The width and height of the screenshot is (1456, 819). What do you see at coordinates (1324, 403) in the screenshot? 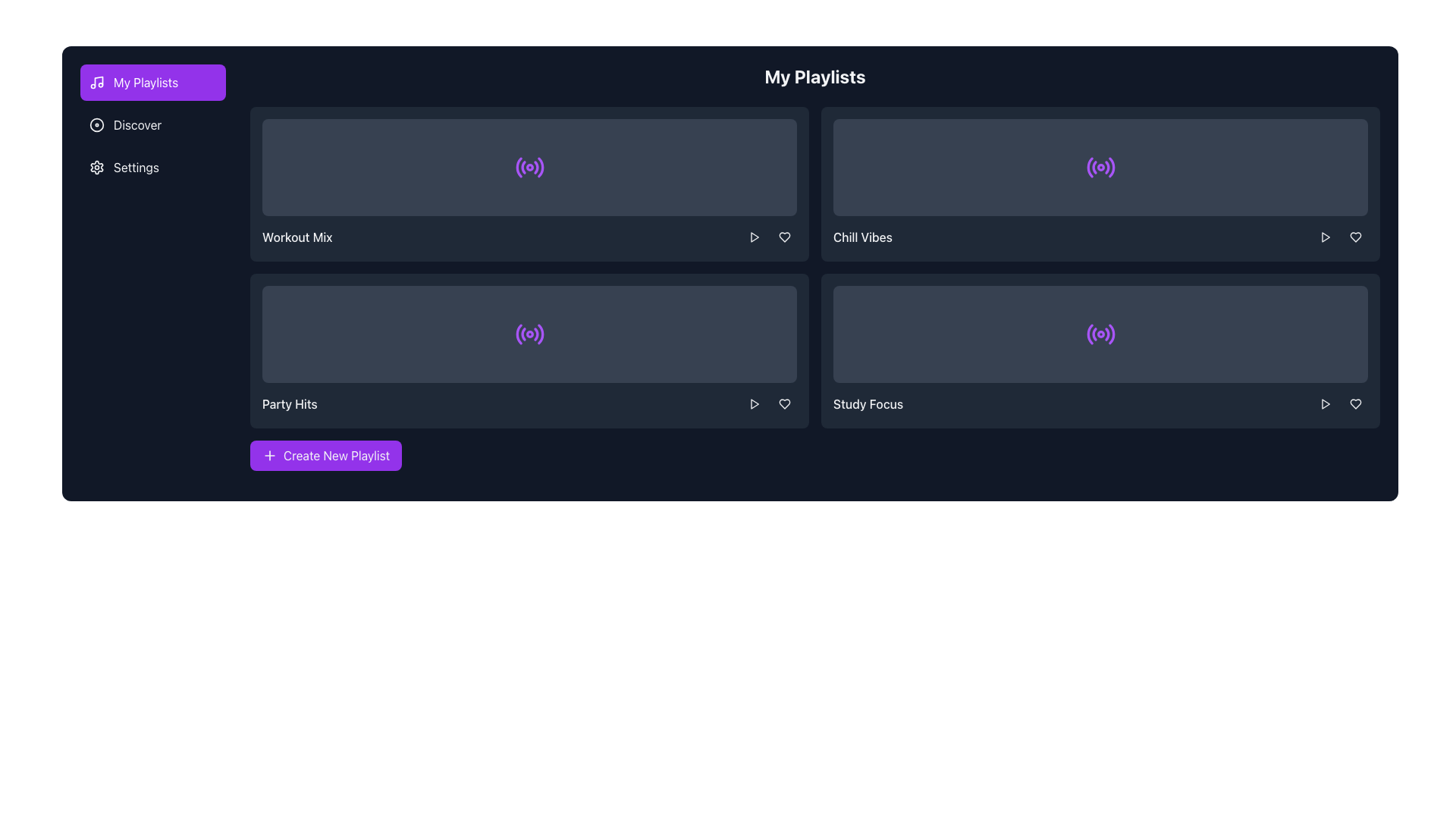
I see `the play icon button located at the bottom-right corner of the 'Study Focus' playlist card` at bounding box center [1324, 403].